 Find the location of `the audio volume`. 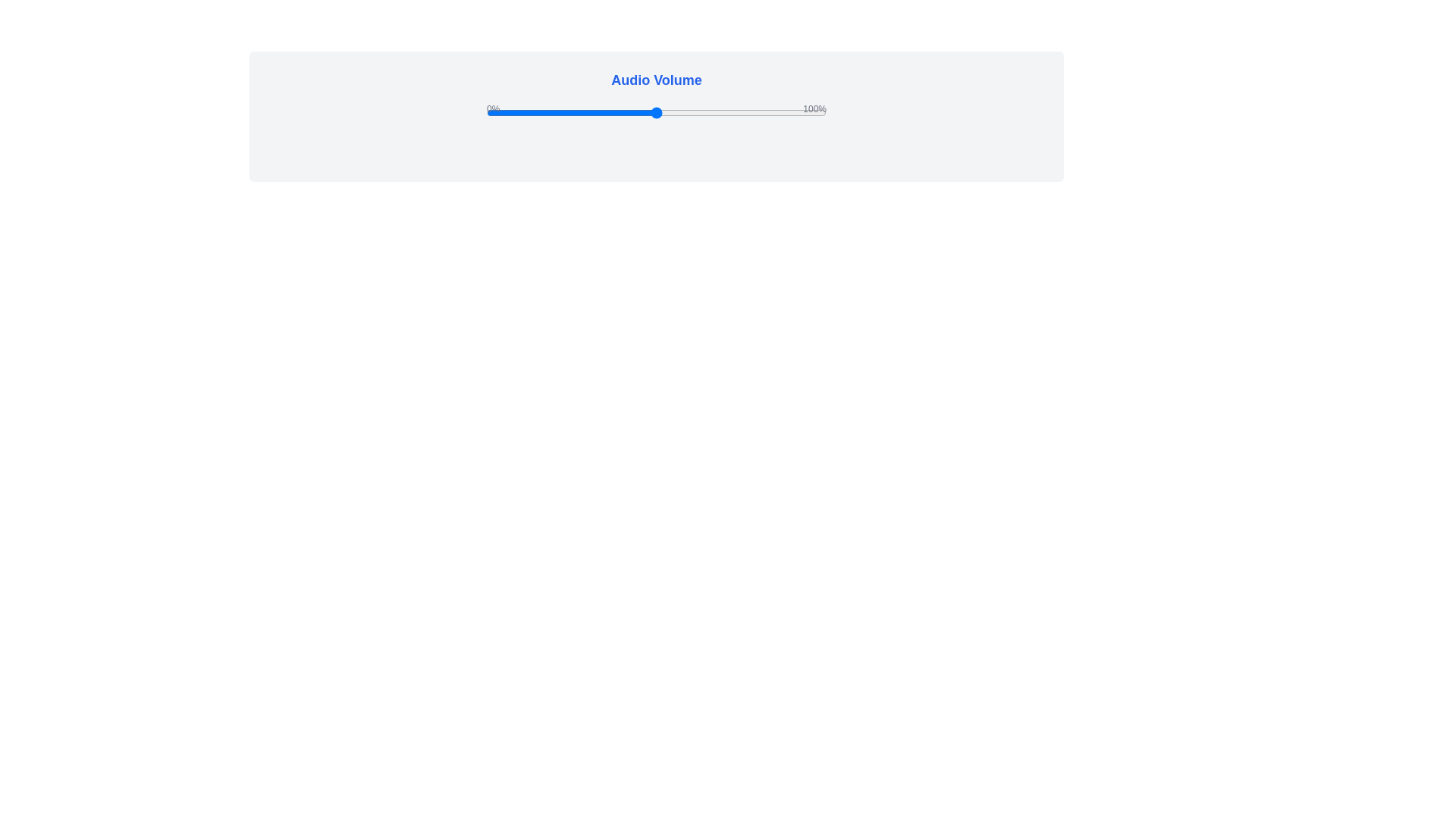

the audio volume is located at coordinates (782, 112).